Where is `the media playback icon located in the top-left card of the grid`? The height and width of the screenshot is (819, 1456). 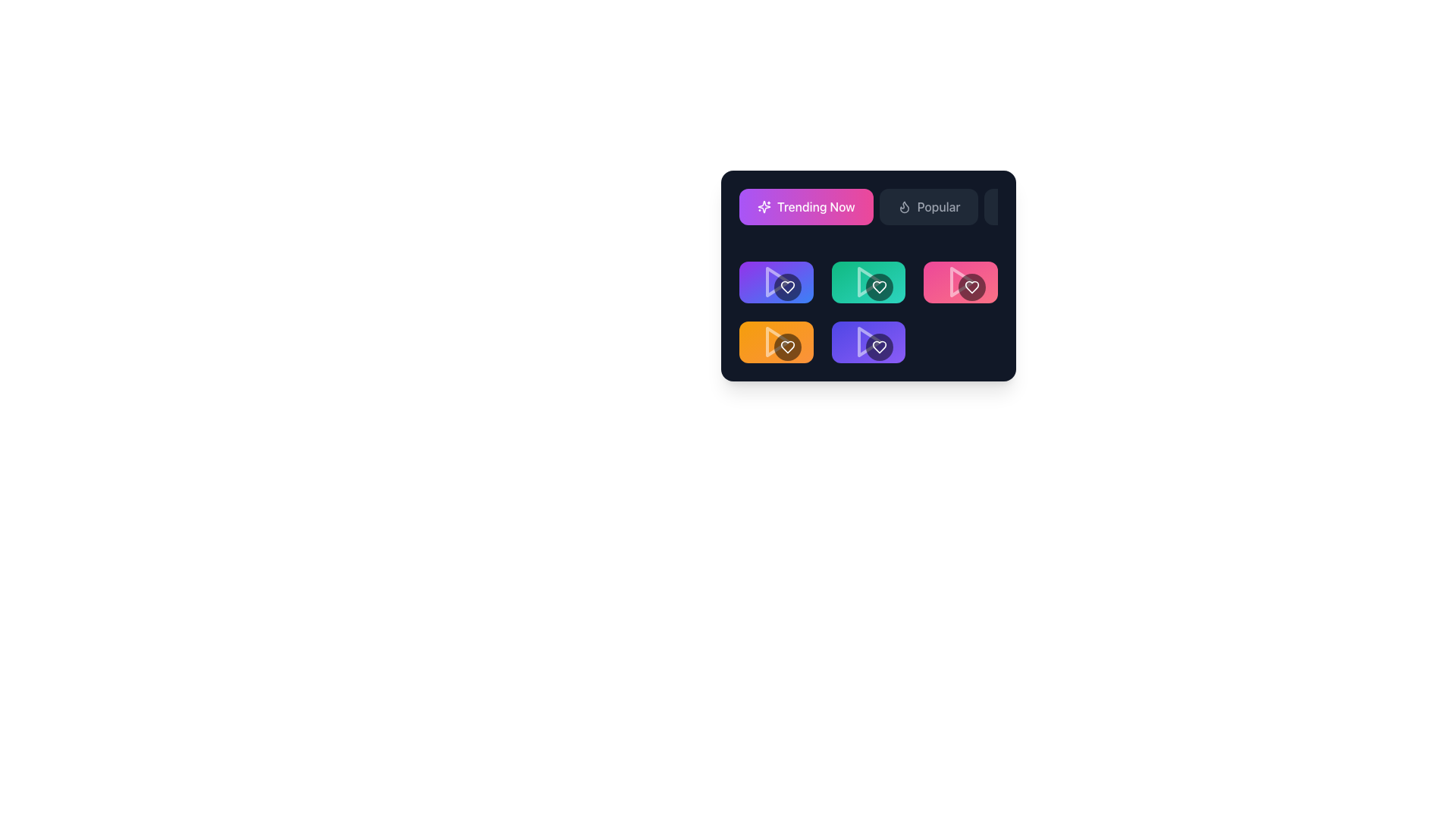 the media playback icon located in the top-left card of the grid is located at coordinates (776, 282).